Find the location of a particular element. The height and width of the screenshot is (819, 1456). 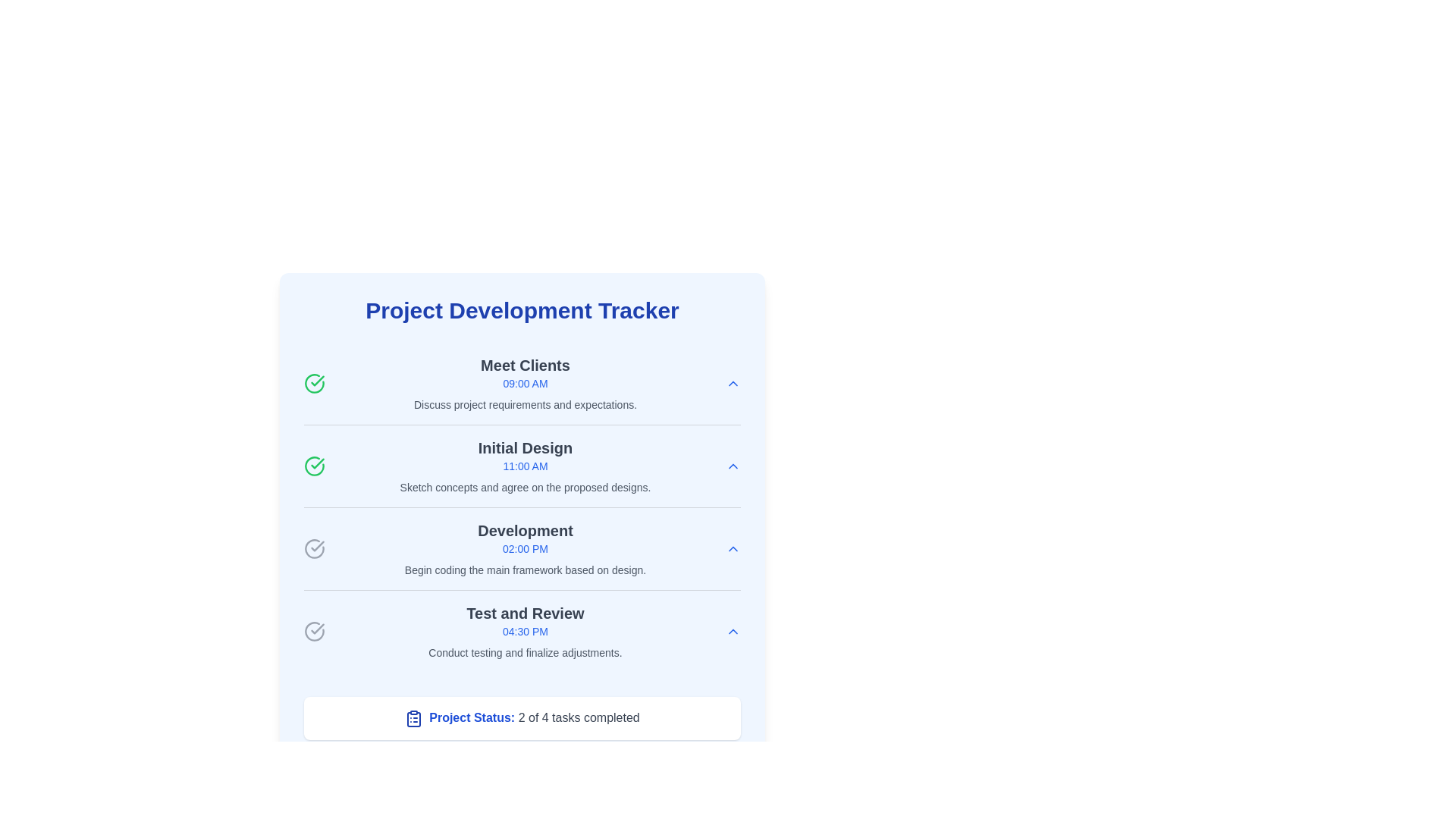

text label that contains 'Begin coding the main framework based on design.' positioned under the title 'Development' and the time indicator '02:00 PM' is located at coordinates (525, 570).